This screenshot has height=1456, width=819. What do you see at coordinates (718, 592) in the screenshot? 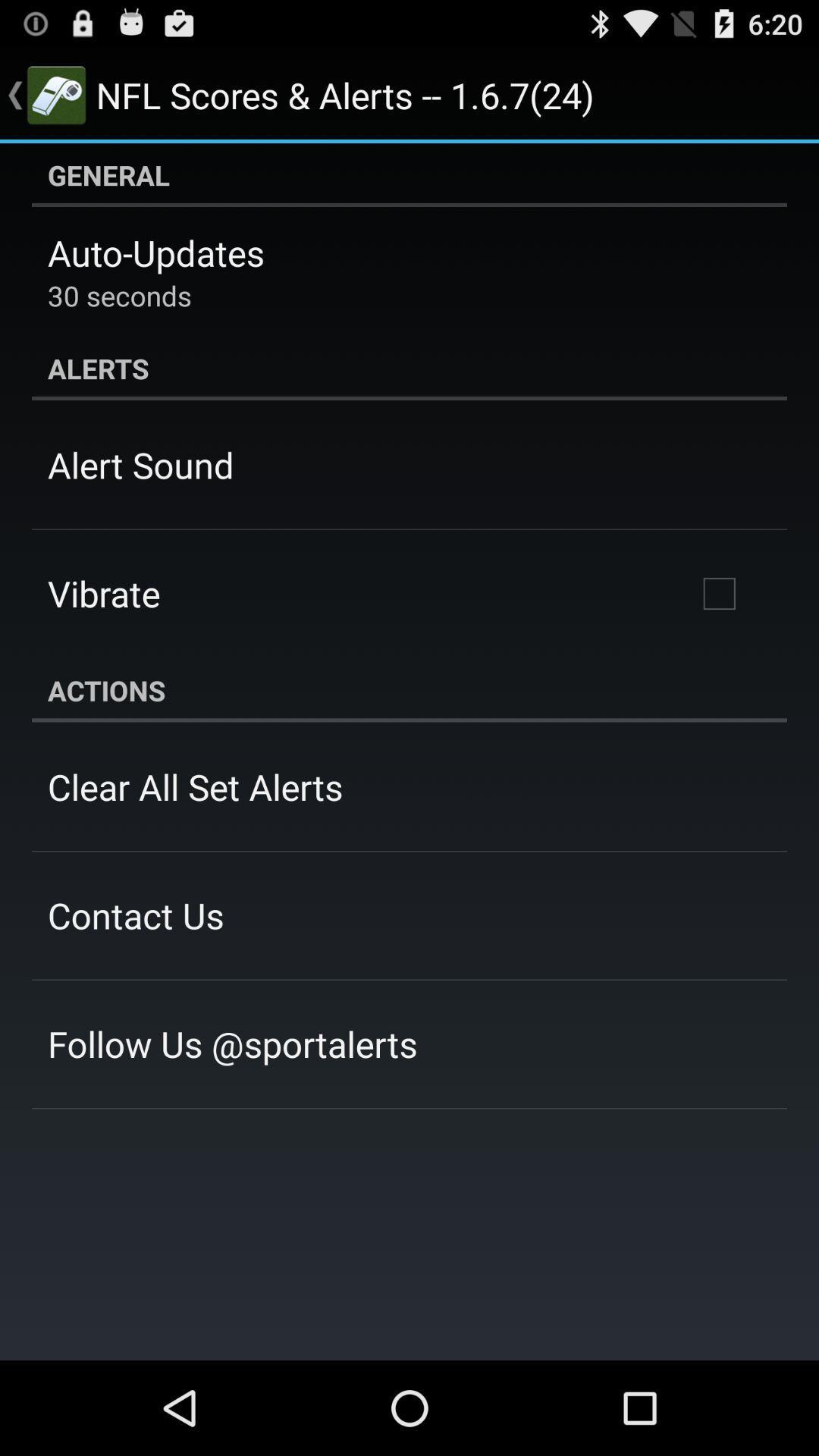
I see `item below the alerts` at bounding box center [718, 592].